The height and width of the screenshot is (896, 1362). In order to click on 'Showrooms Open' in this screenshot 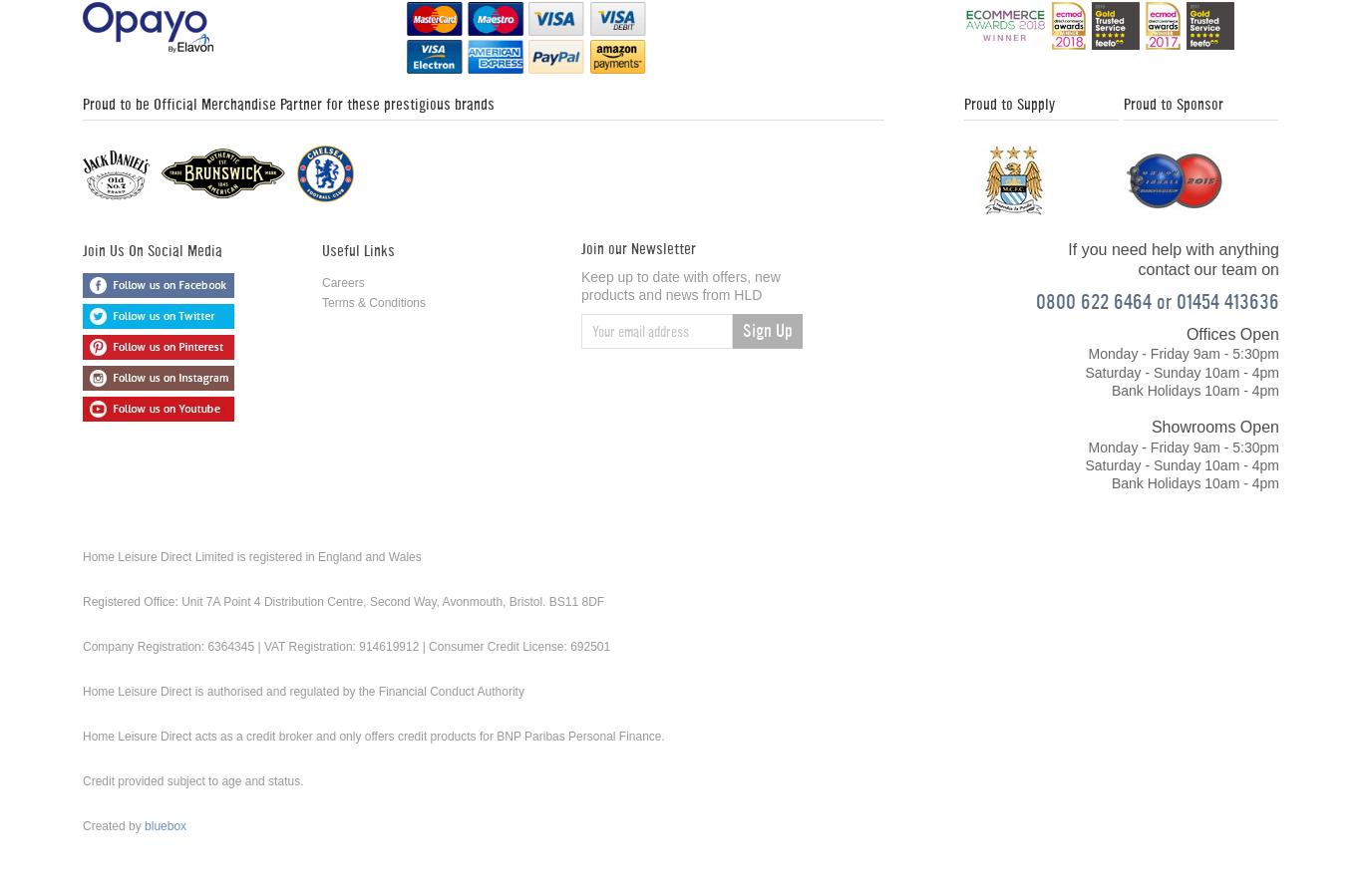, I will do `click(1150, 426)`.